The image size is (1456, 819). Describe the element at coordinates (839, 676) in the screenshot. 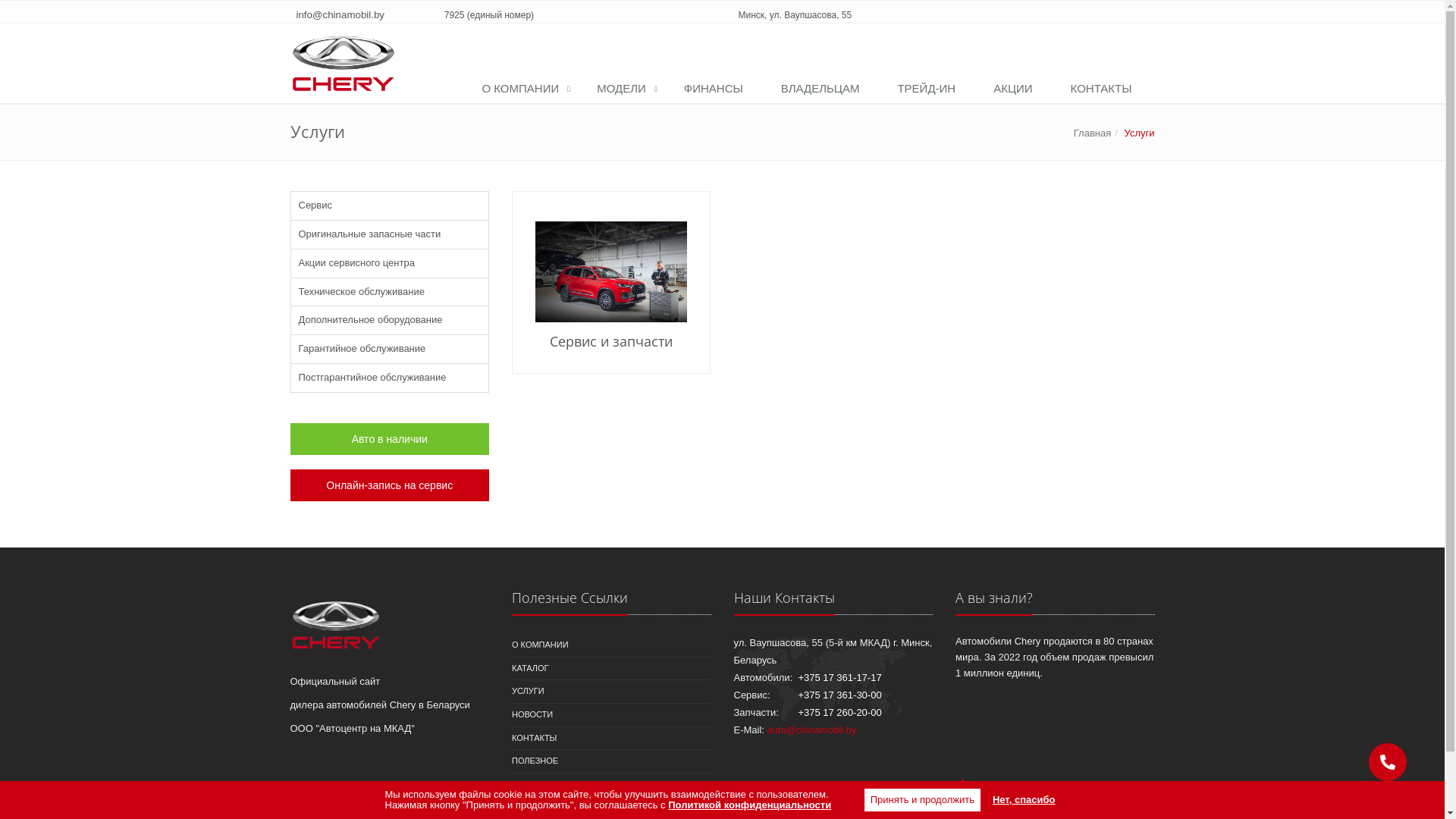

I see `'+375 17 361-17-17'` at that location.